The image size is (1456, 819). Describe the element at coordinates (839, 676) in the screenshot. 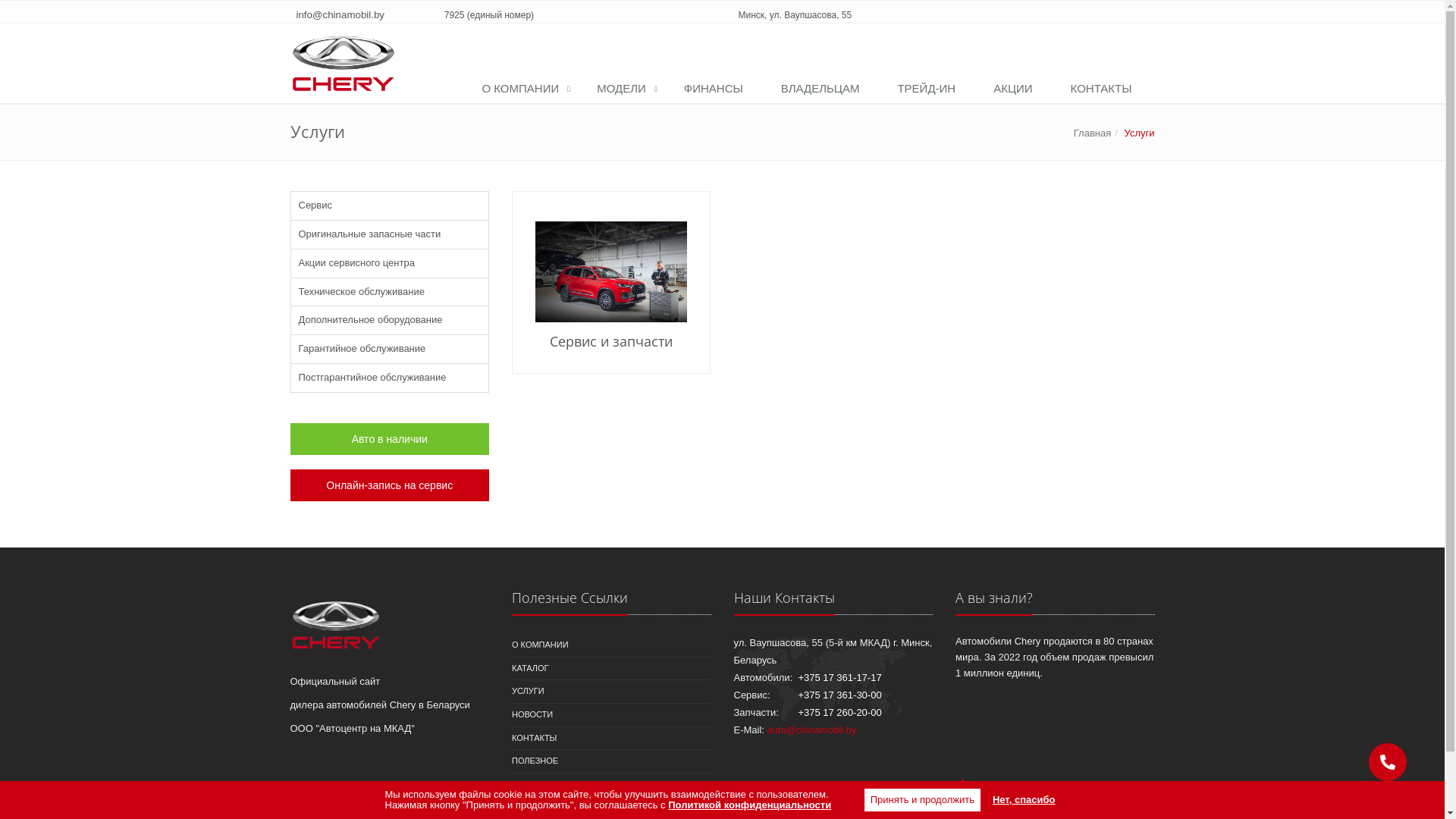

I see `'+375 17 361-17-17'` at that location.